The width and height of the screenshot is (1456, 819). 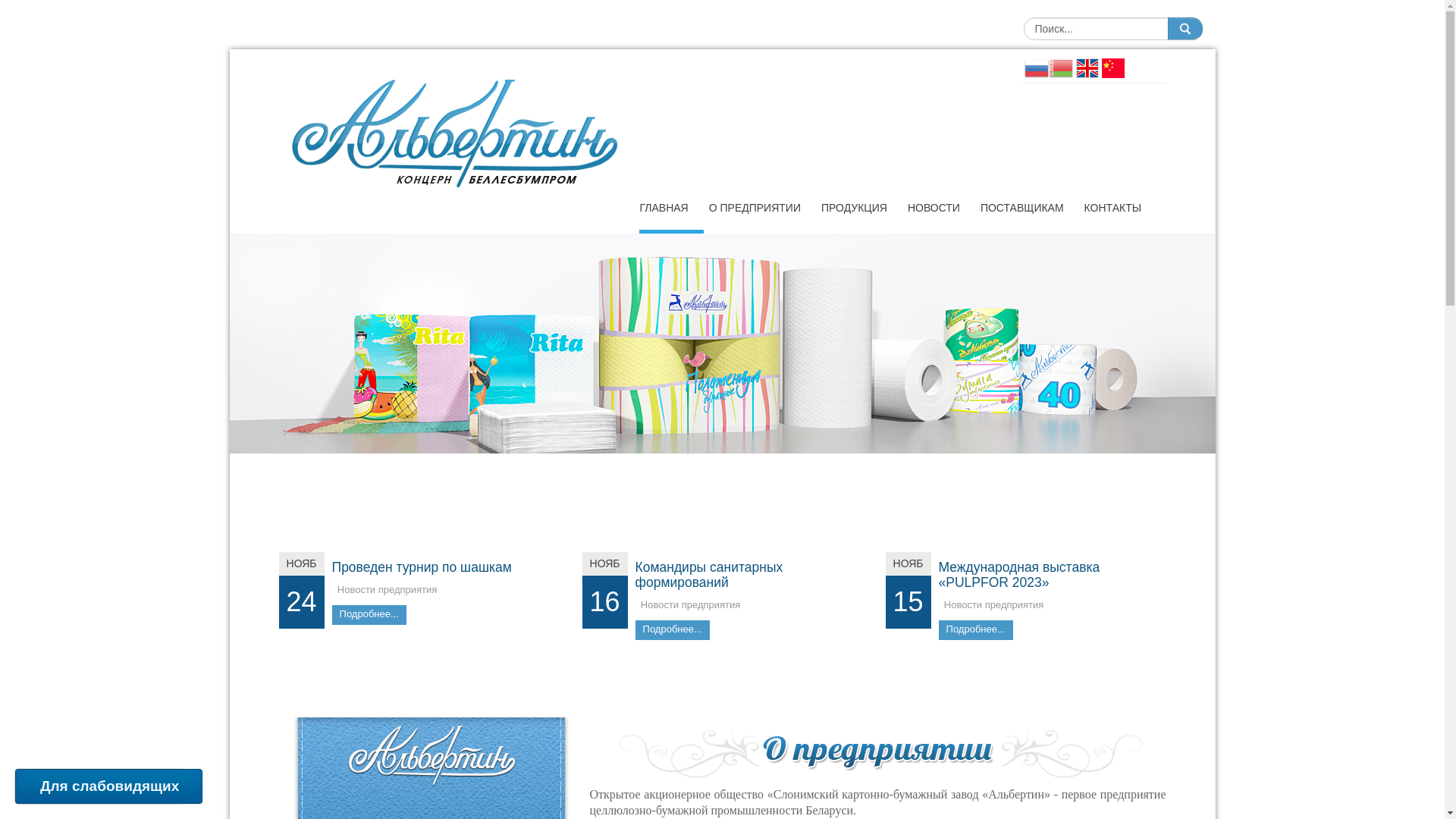 I want to click on 'English language', so click(x=1086, y=66).